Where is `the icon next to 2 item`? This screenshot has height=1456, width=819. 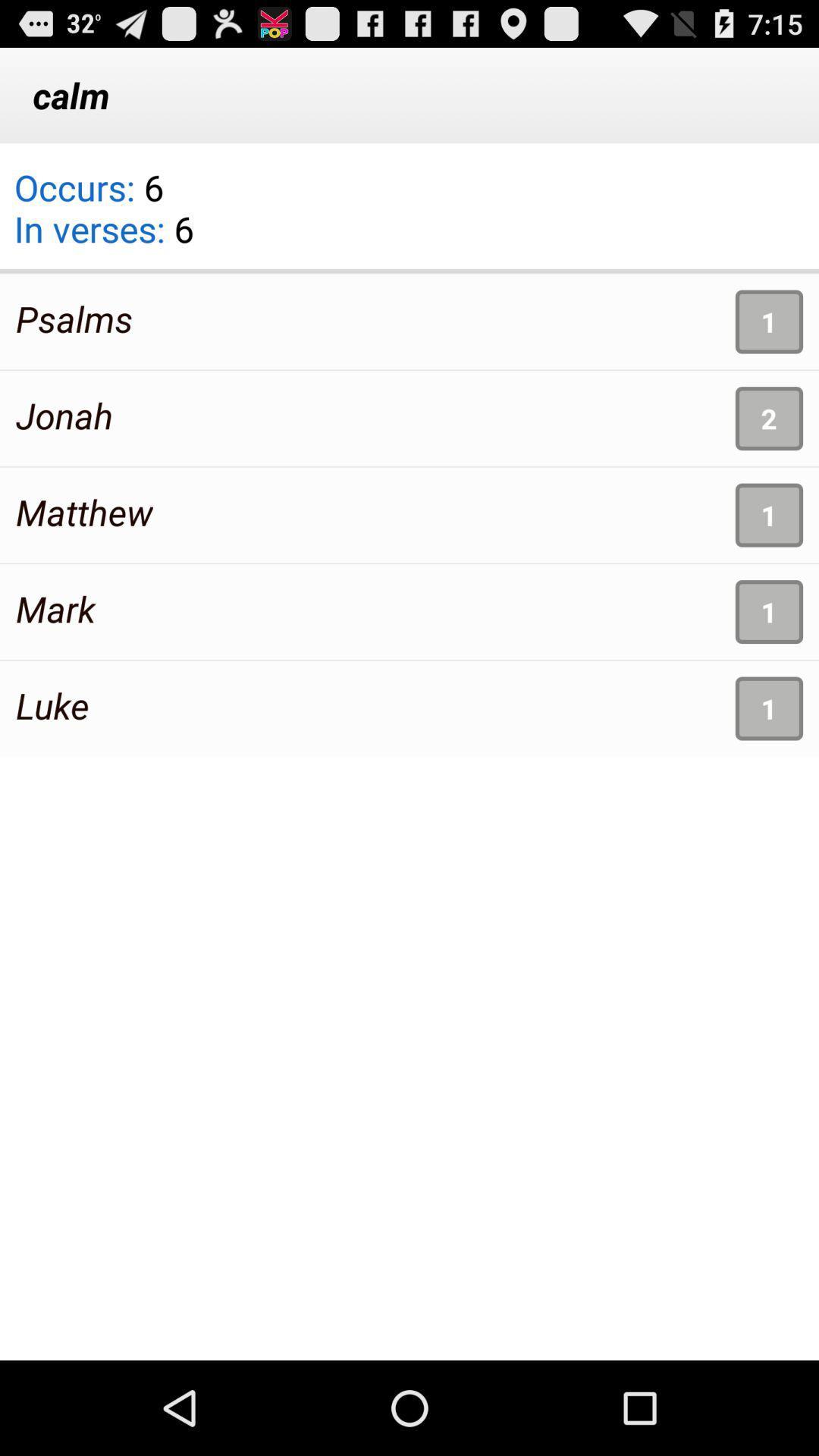 the icon next to 2 item is located at coordinates (64, 415).